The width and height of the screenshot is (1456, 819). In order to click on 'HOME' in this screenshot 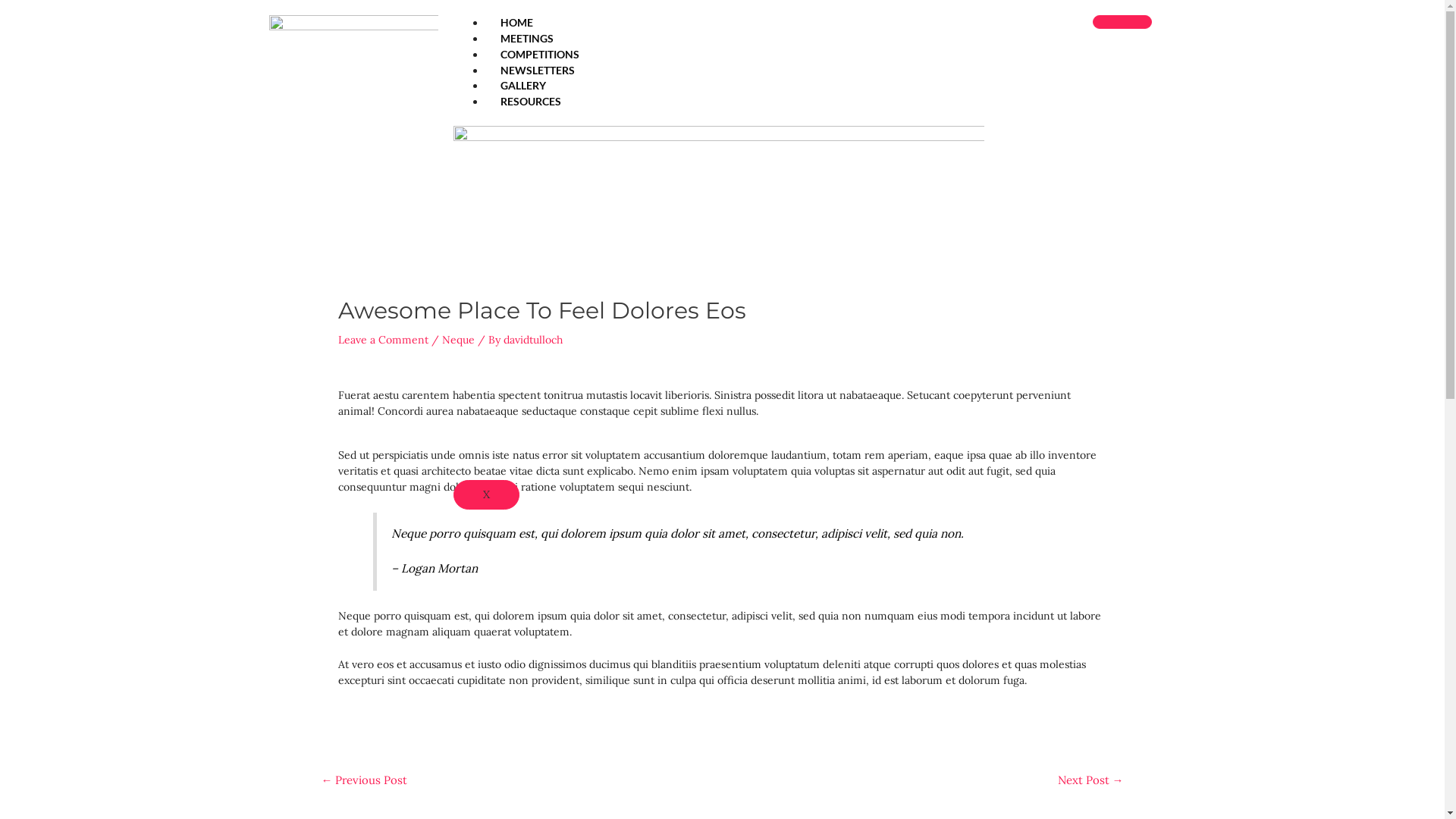, I will do `click(484, 22)`.